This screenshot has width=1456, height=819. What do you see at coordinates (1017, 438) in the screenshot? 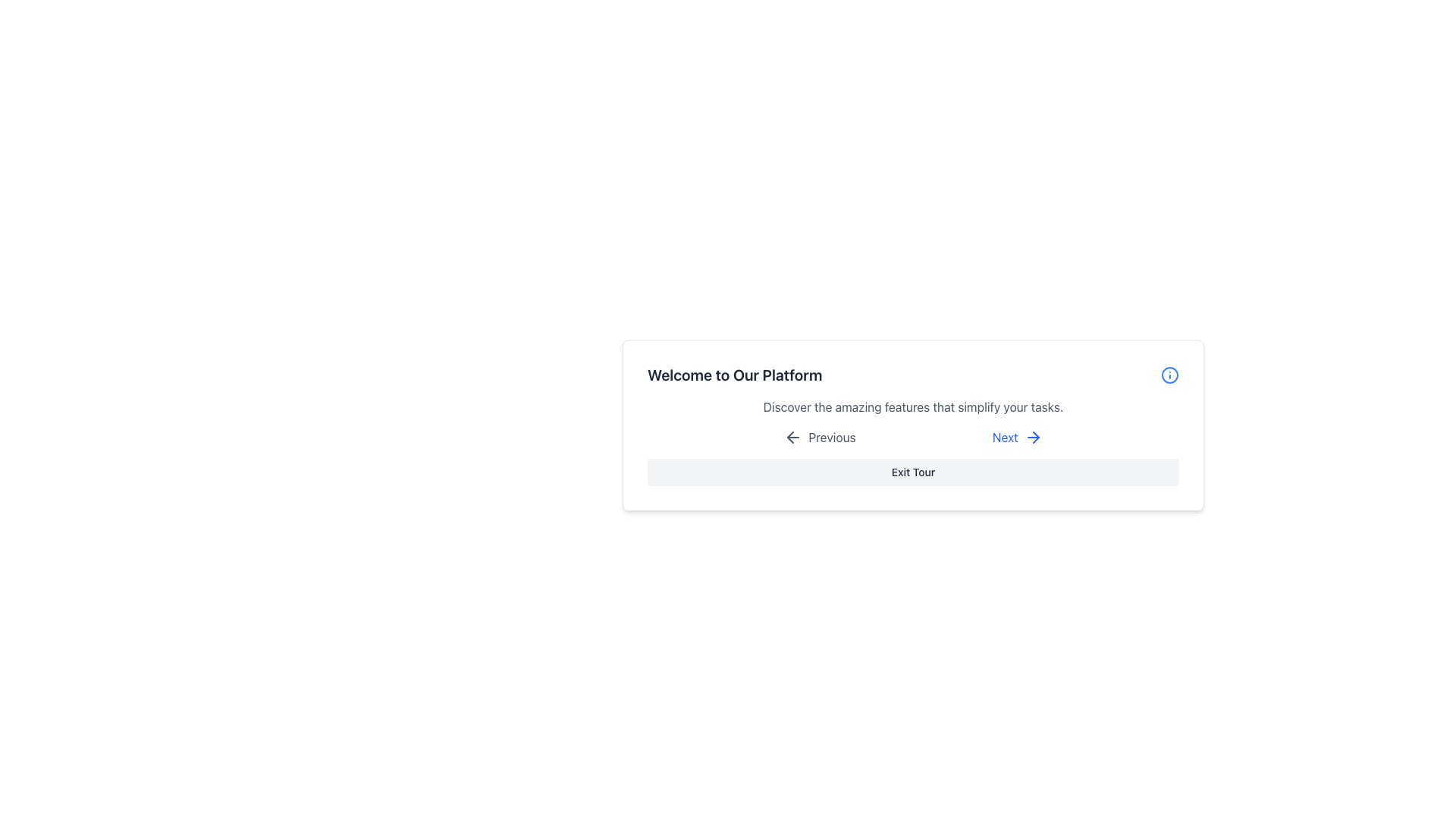
I see `the interactive 'Next' button, which features blue text and a right-pointing arrow` at bounding box center [1017, 438].